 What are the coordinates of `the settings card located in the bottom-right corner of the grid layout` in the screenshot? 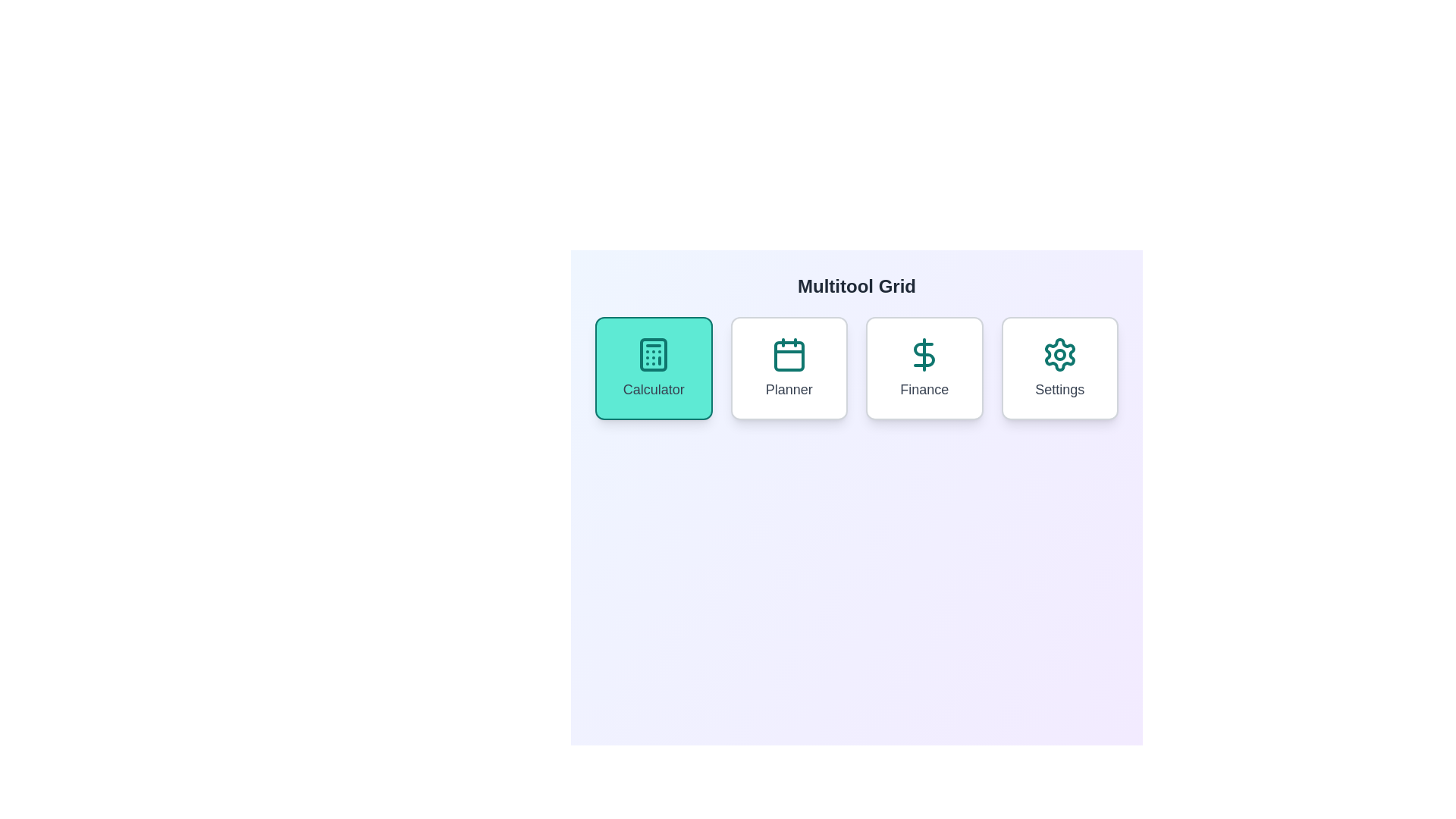 It's located at (1059, 369).